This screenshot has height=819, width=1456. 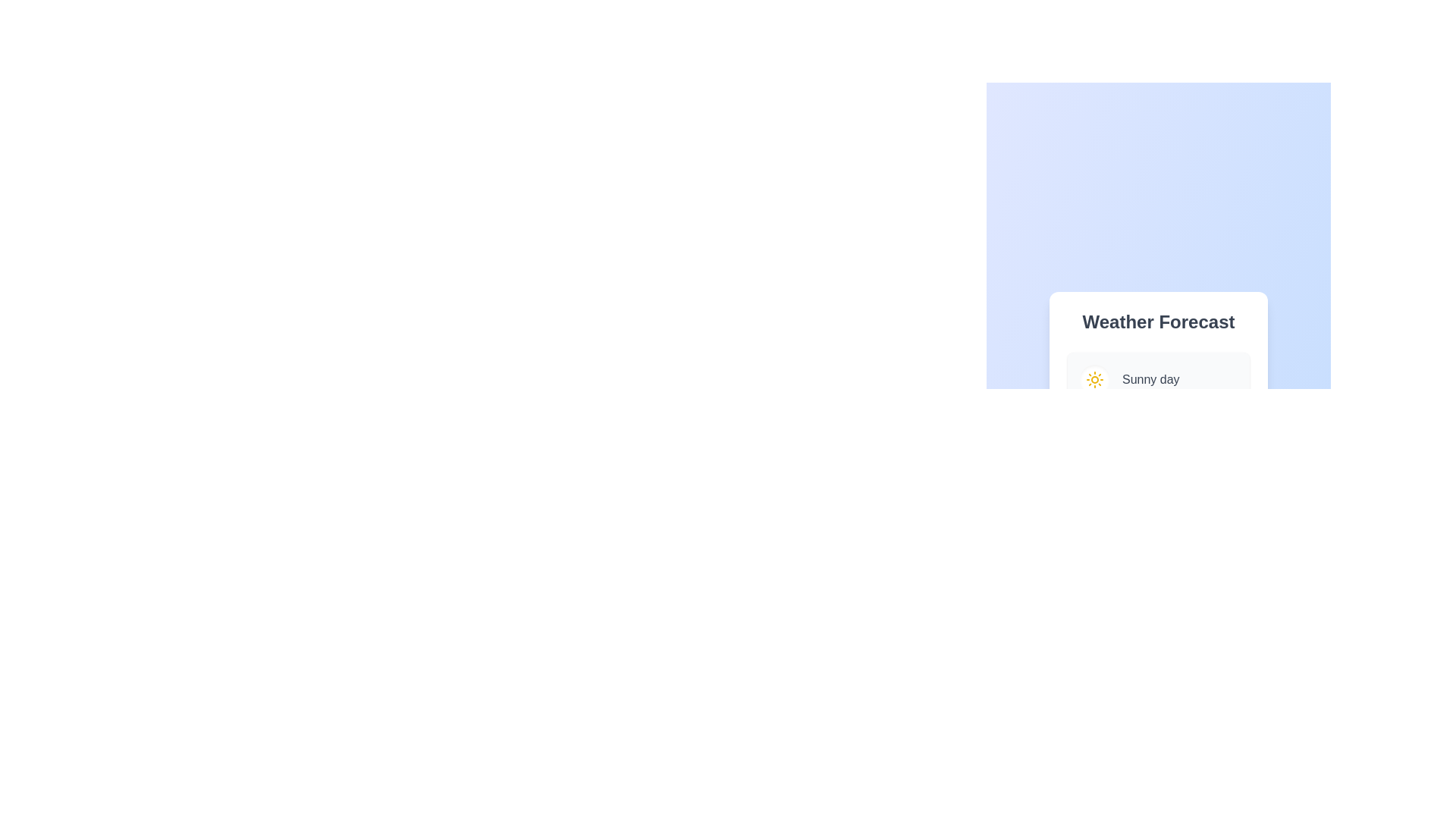 What do you see at coordinates (1157, 379) in the screenshot?
I see `the weather option Sunny day to view its details` at bounding box center [1157, 379].